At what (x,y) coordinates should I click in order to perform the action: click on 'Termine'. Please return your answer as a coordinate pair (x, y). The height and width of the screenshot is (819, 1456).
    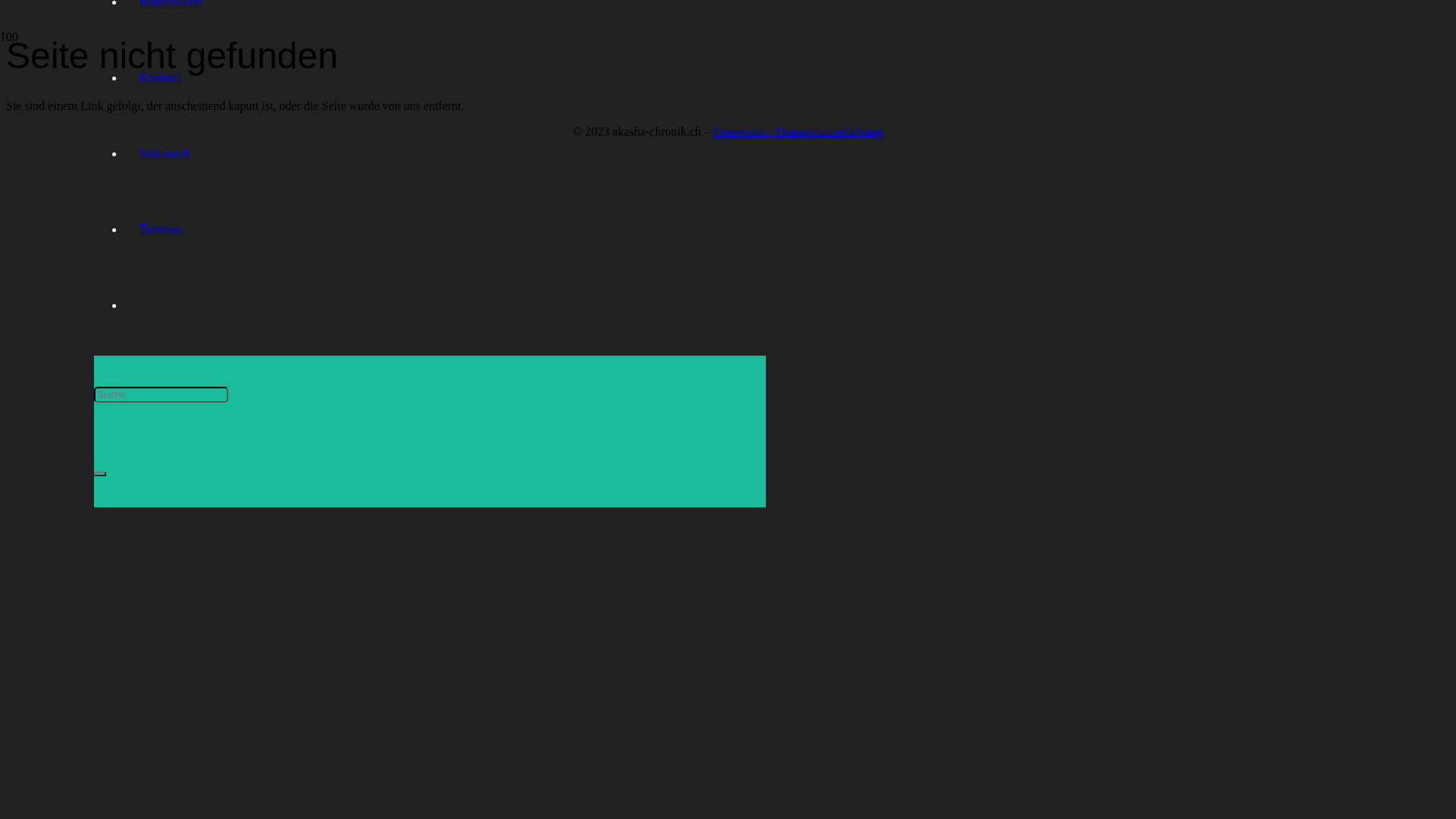
    Looking at the image, I should click on (161, 229).